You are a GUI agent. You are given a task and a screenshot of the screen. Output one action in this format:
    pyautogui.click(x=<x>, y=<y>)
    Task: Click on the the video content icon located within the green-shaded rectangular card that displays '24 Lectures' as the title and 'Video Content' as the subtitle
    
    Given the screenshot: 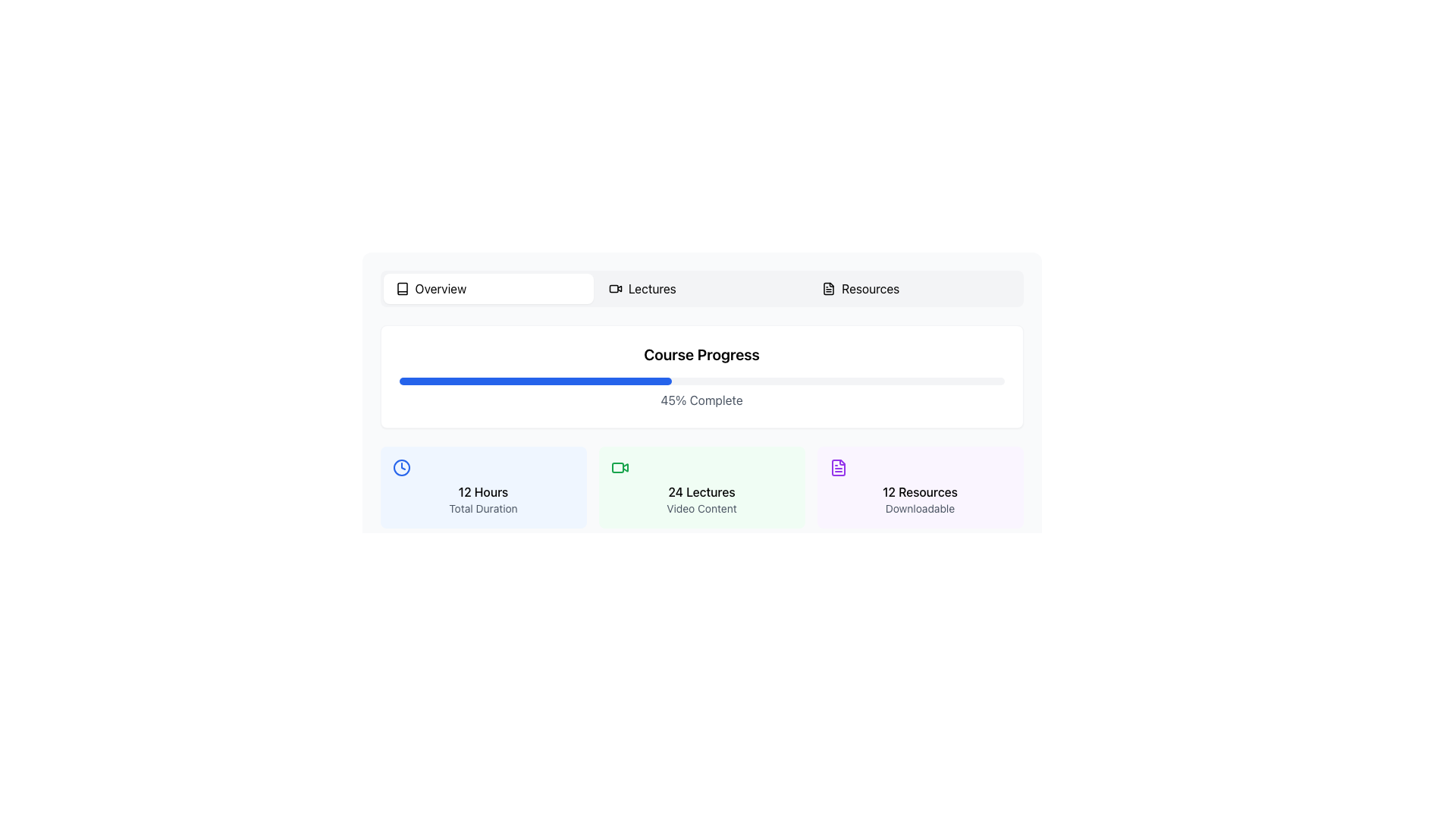 What is the action you would take?
    pyautogui.click(x=620, y=467)
    